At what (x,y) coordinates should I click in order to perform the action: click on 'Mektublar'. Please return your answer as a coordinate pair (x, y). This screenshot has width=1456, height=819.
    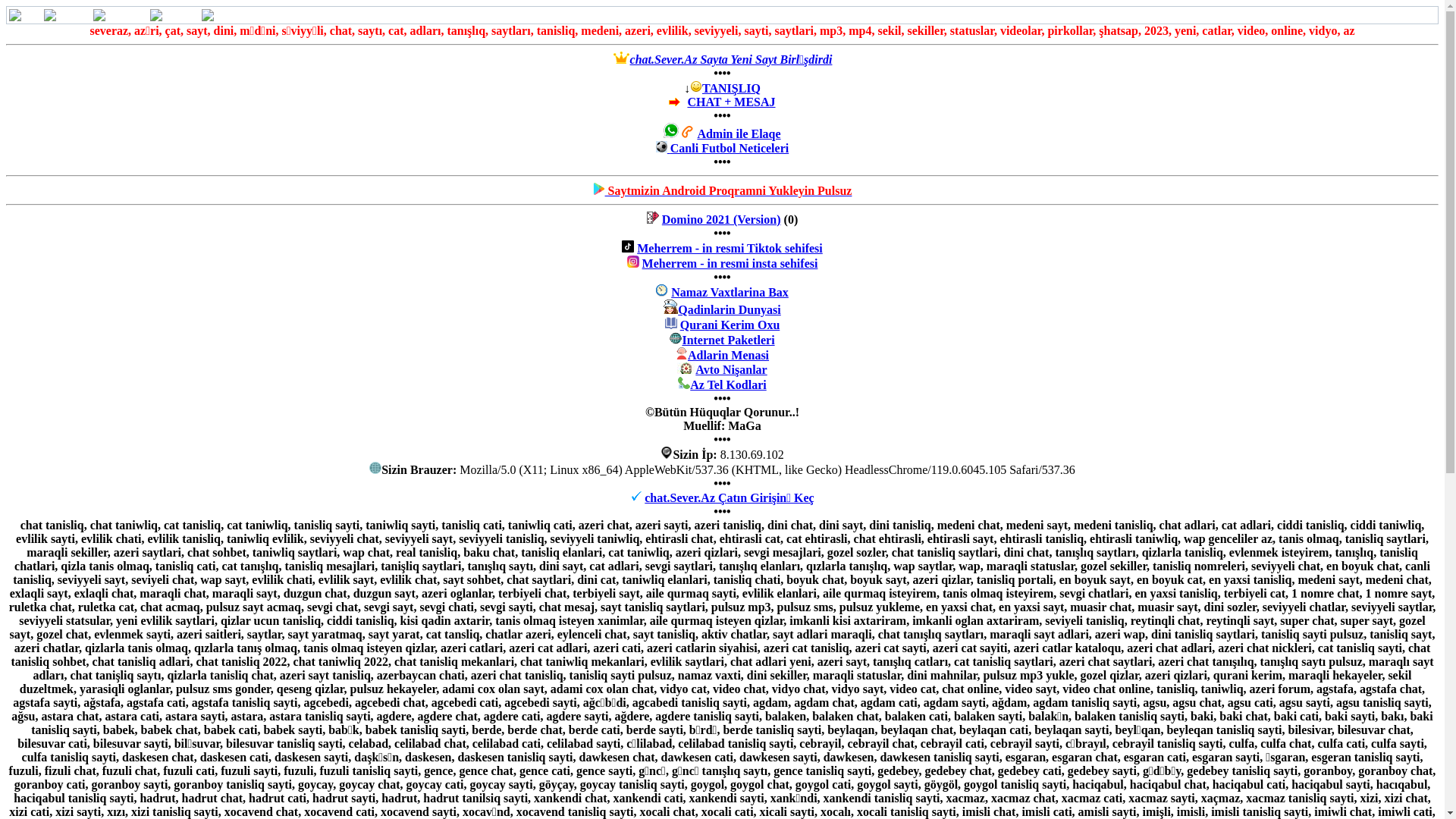
    Looking at the image, I should click on (119, 14).